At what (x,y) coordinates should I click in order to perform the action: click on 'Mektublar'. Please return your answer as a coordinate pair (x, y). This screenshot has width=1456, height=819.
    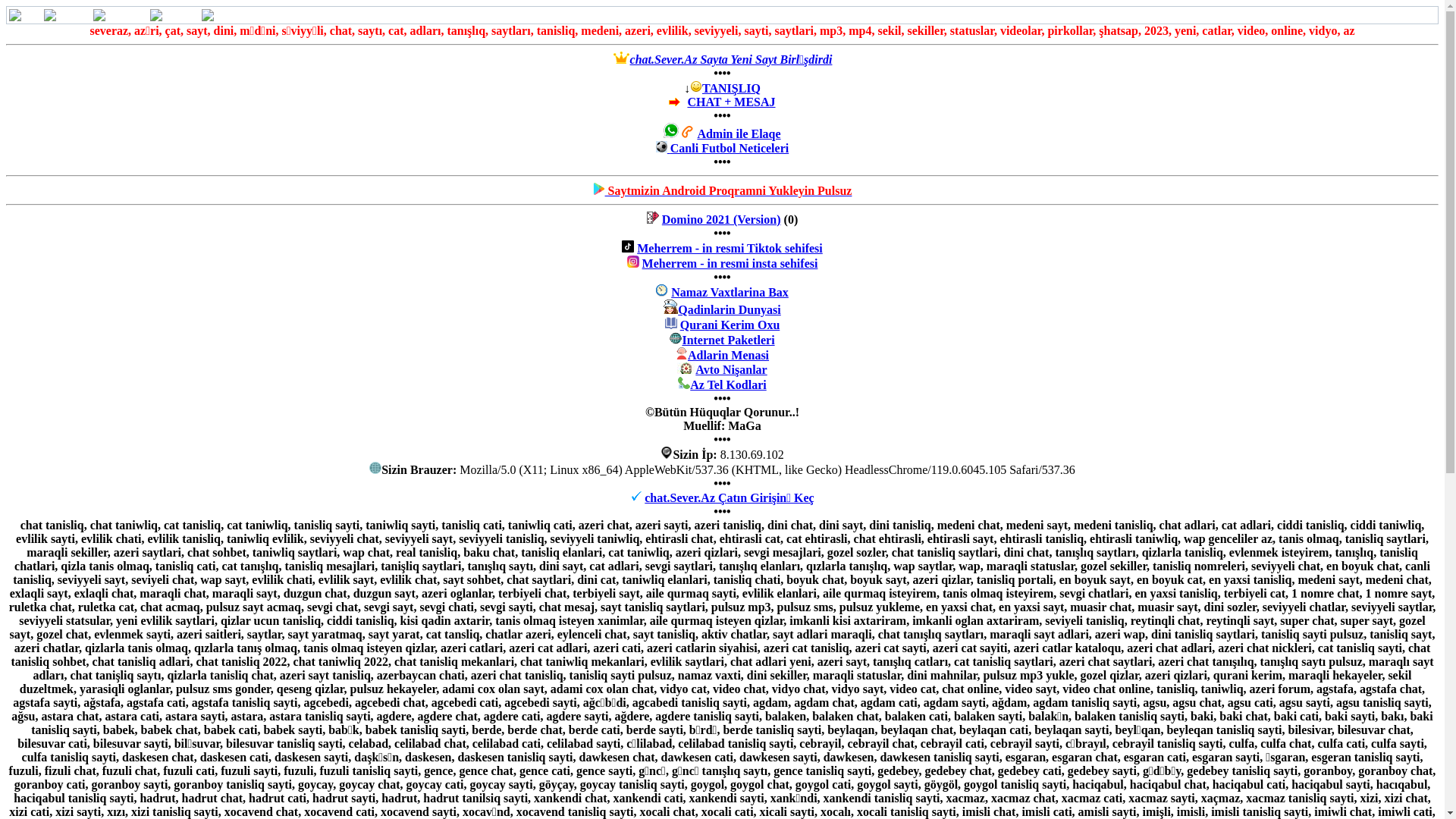
    Looking at the image, I should click on (119, 14).